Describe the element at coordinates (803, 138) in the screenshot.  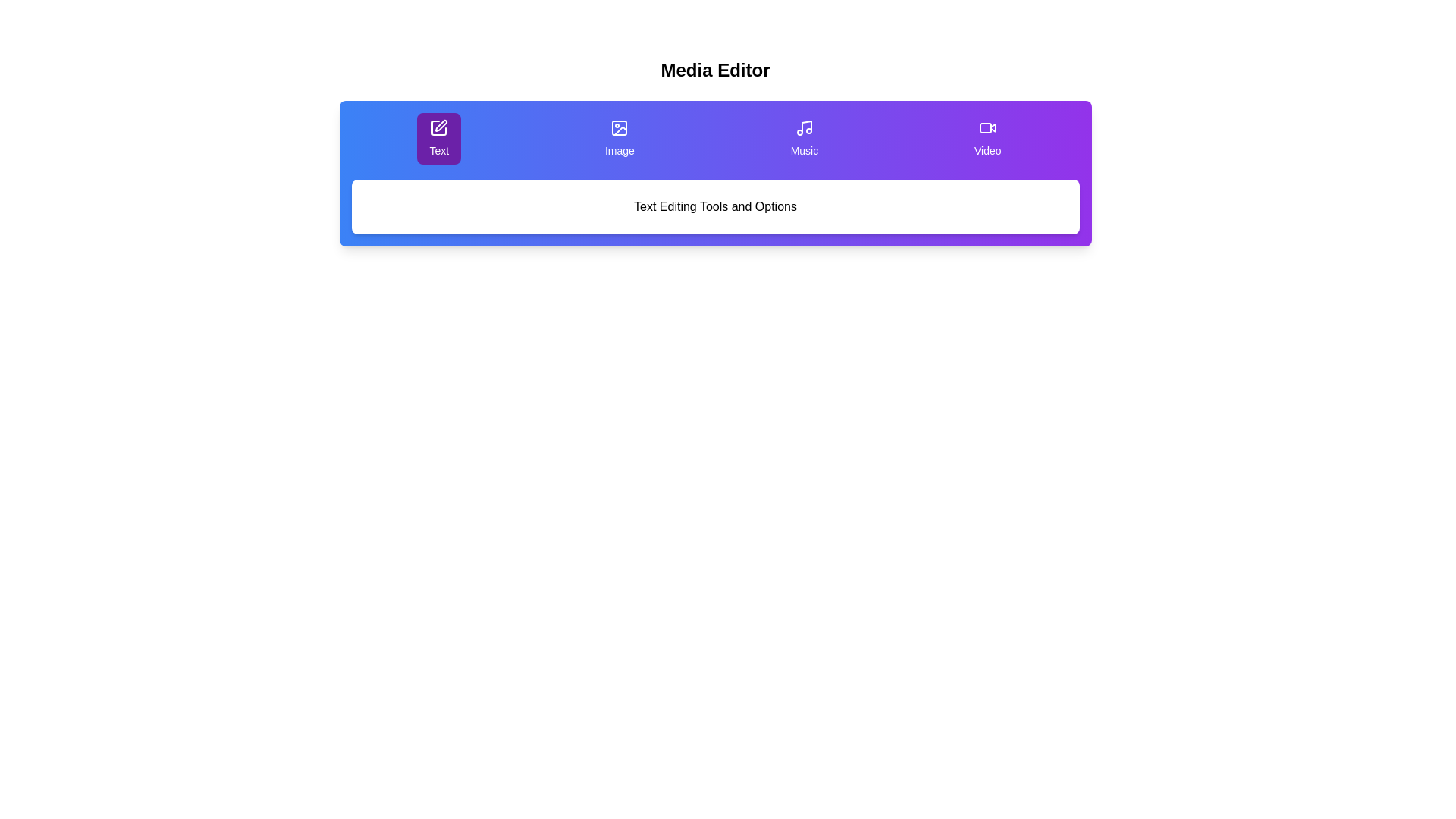
I see `the 'Music' navigation button, which is the third button in a horizontal group labeled 'Text', 'Image', 'Music', and 'Video'` at that location.